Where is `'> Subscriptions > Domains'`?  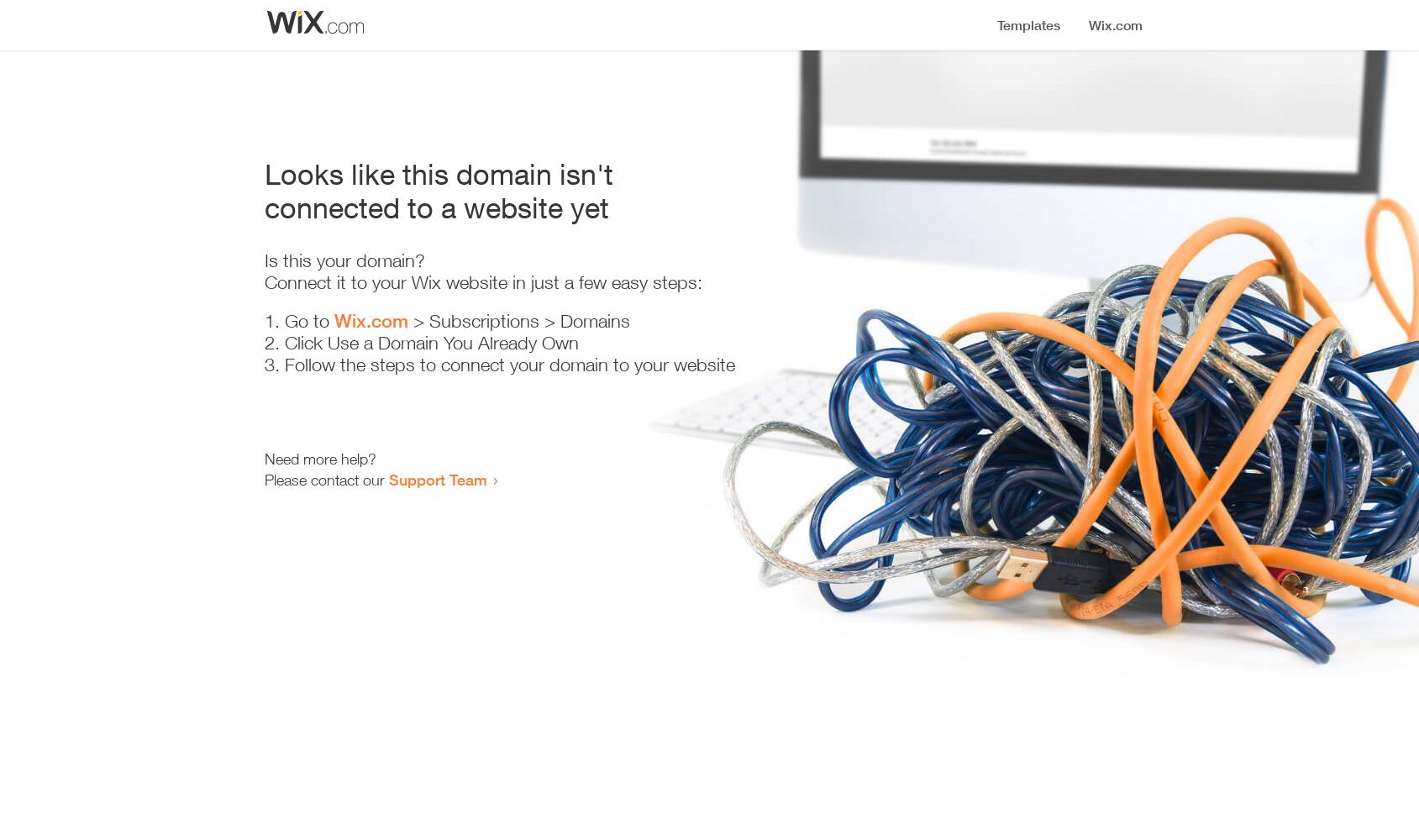 '> Subscriptions > Domains' is located at coordinates (517, 321).